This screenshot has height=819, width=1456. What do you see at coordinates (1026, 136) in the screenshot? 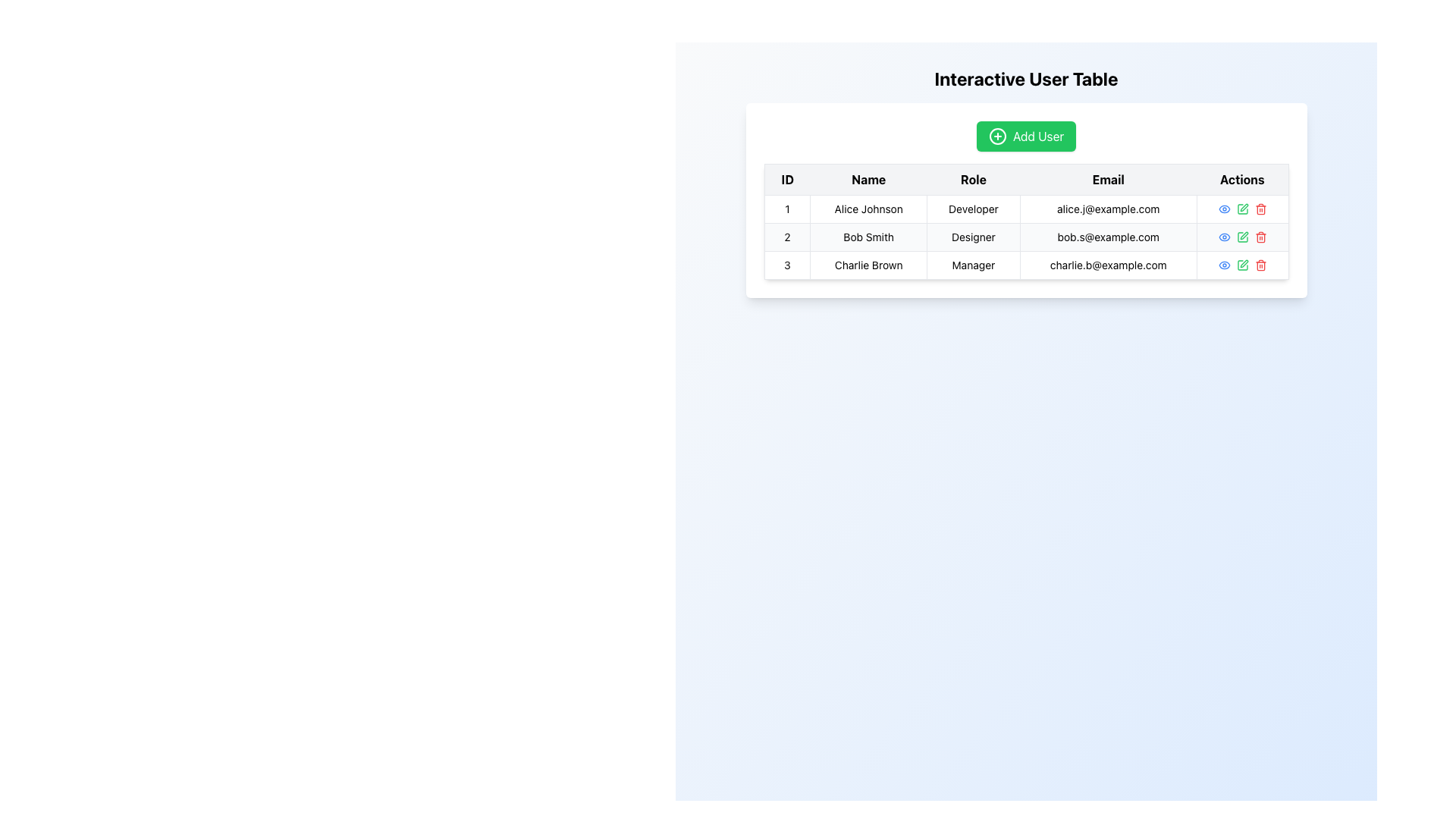
I see `the 'Add User' button located above the table` at bounding box center [1026, 136].